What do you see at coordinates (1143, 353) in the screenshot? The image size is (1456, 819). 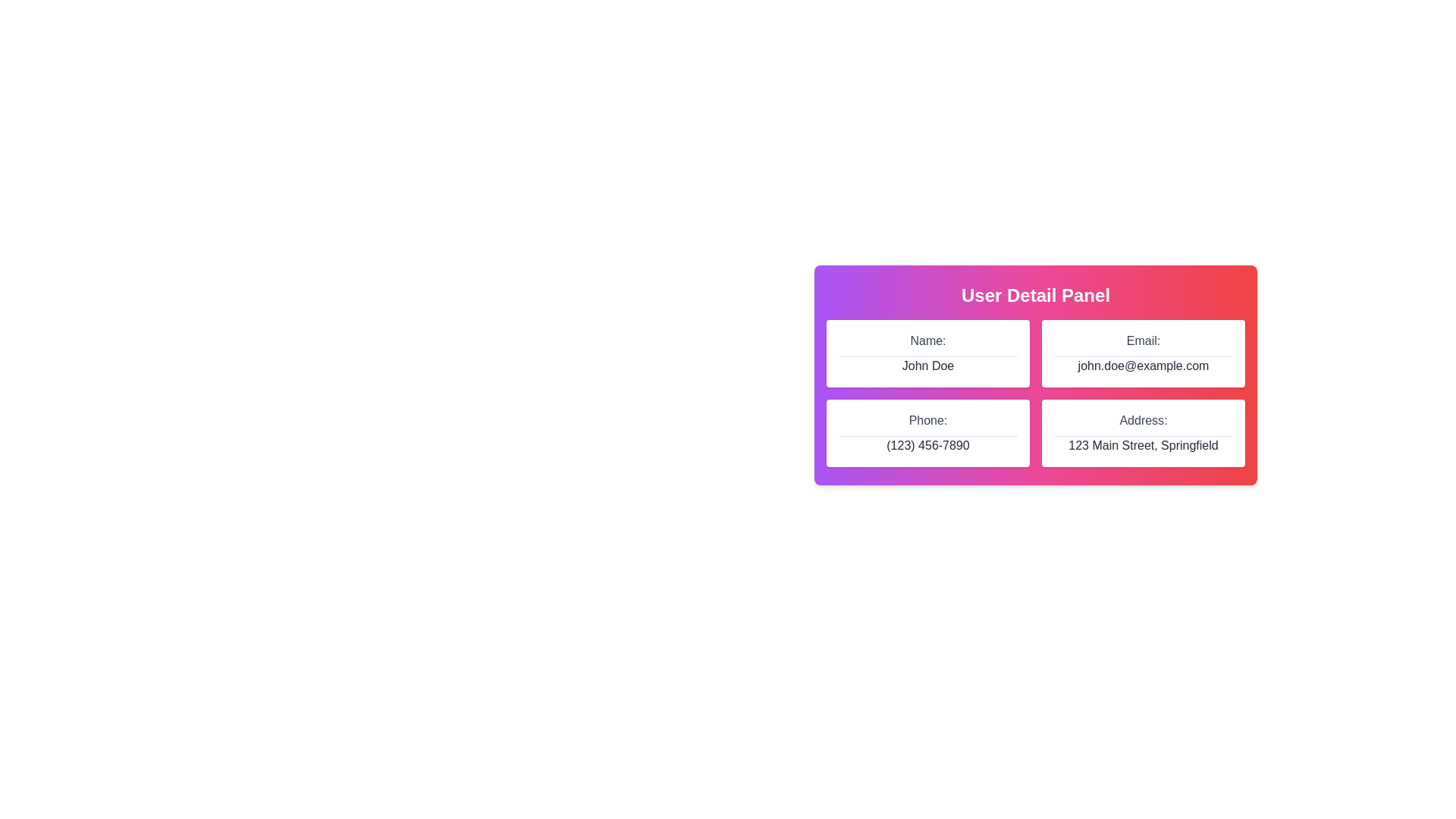 I see `the Information card element that displays 'Email:' and 'john.doe@example.com', located in the second column of the grid` at bounding box center [1143, 353].